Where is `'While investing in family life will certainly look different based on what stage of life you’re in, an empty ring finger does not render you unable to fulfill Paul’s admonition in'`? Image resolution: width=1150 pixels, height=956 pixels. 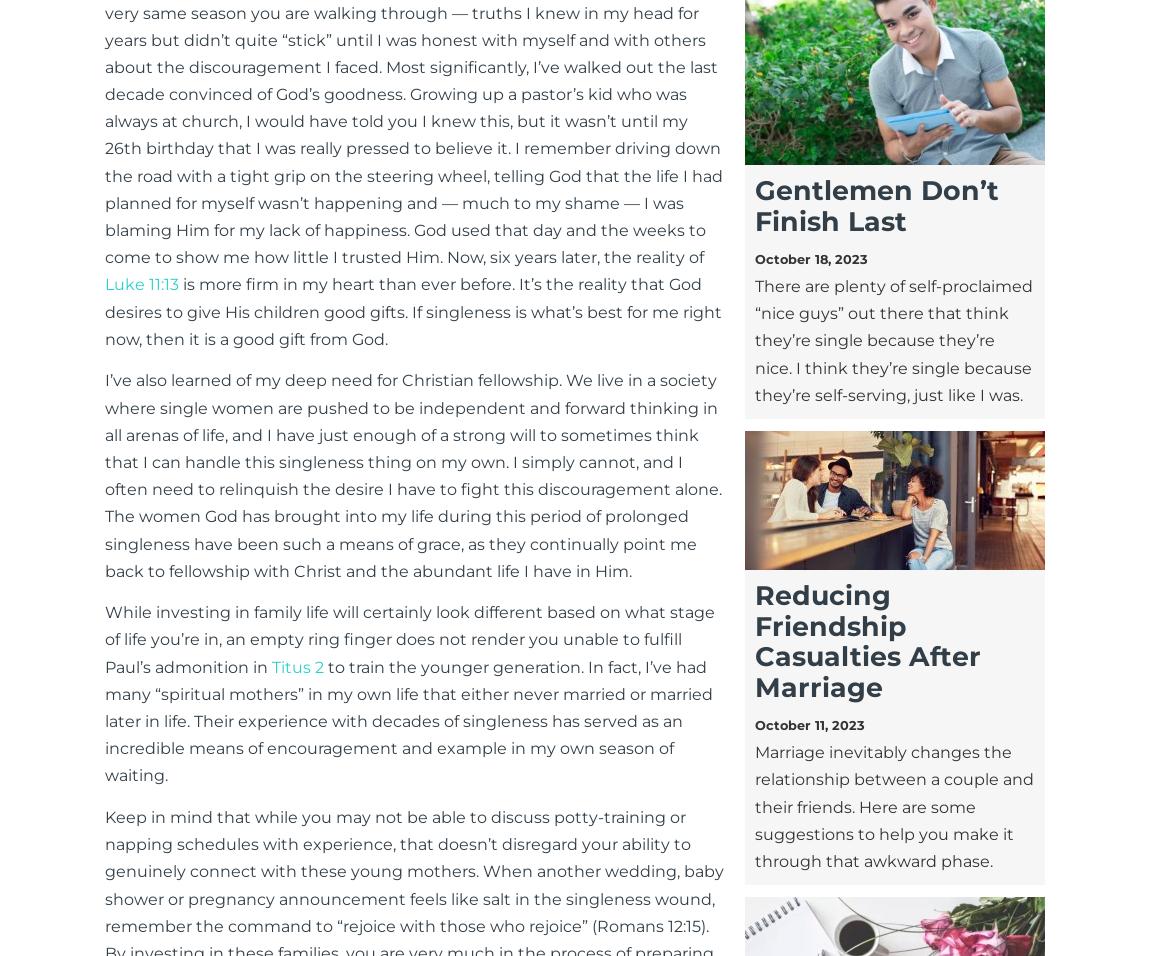
'While investing in family life will certainly look different based on what stage of life you’re in, an empty ring finger does not render you unable to fulfill Paul’s admonition in' is located at coordinates (409, 639).